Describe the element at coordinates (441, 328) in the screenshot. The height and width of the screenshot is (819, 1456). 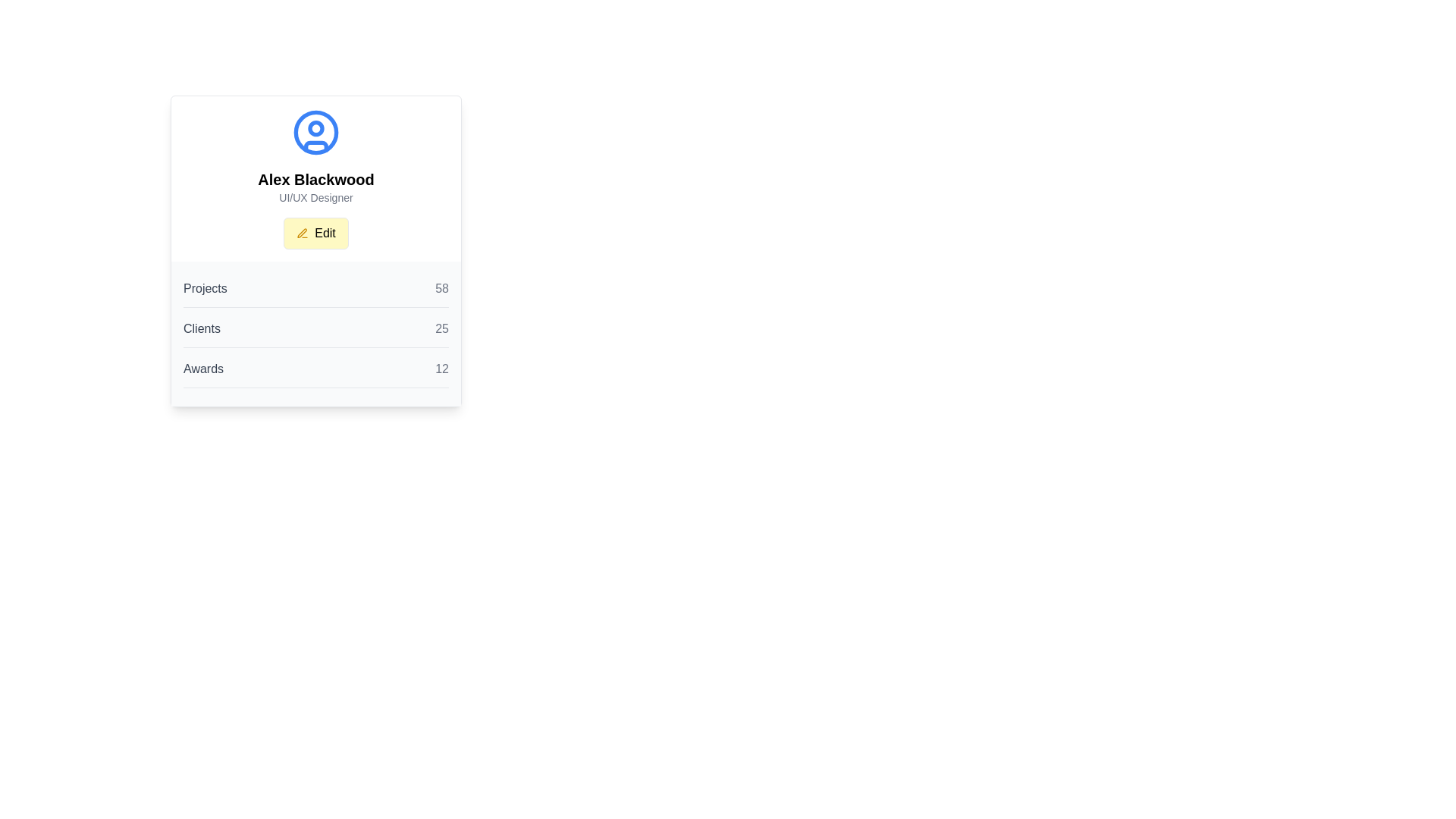
I see `the gray text label displaying the number '25', which is aligned to the right of the 'Clients' label` at that location.